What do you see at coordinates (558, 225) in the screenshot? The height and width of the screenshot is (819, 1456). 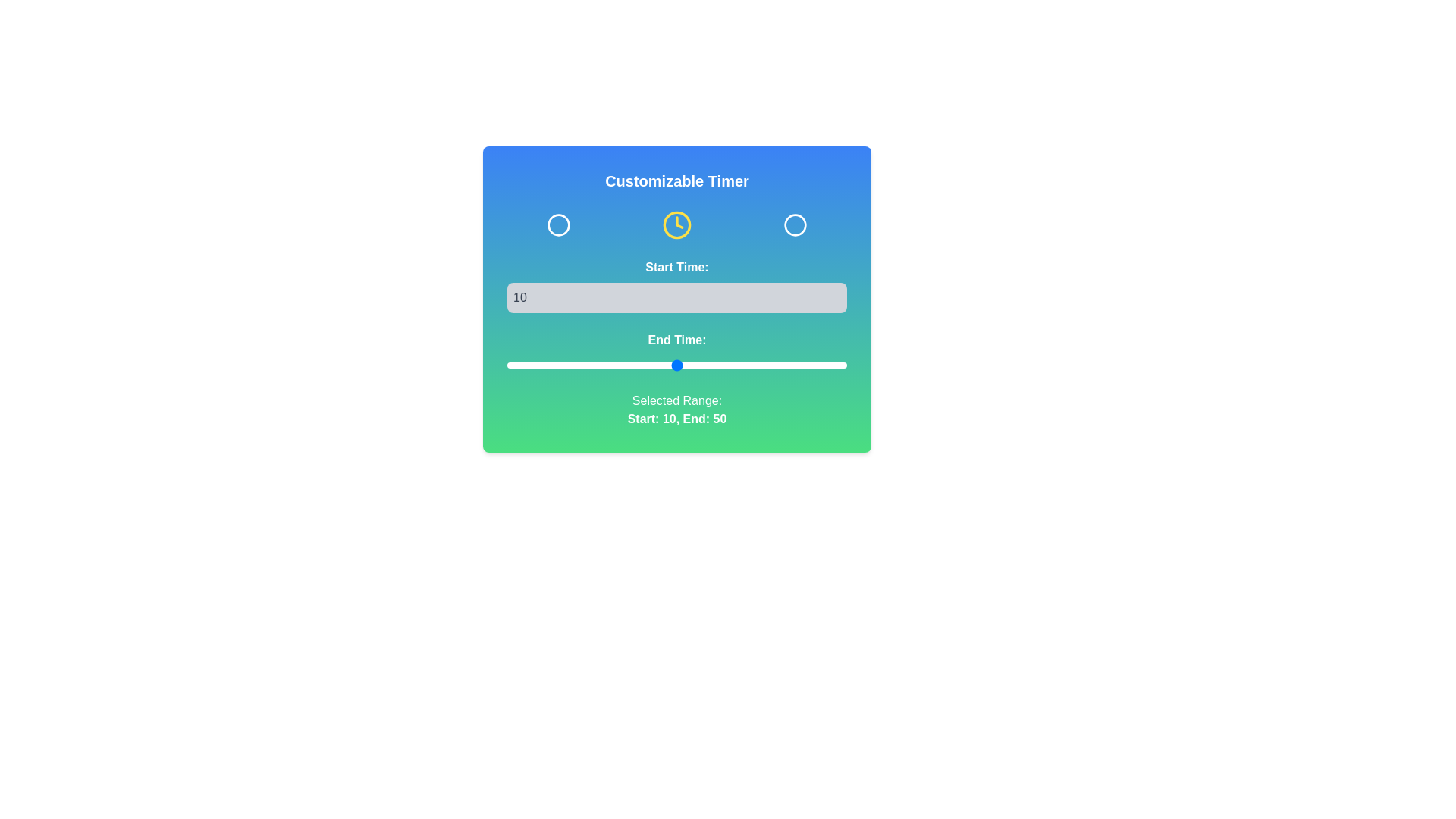 I see `the leftmost icon in a horizontal group of three symbols positioned at the top section of the interface to interact with it` at bounding box center [558, 225].